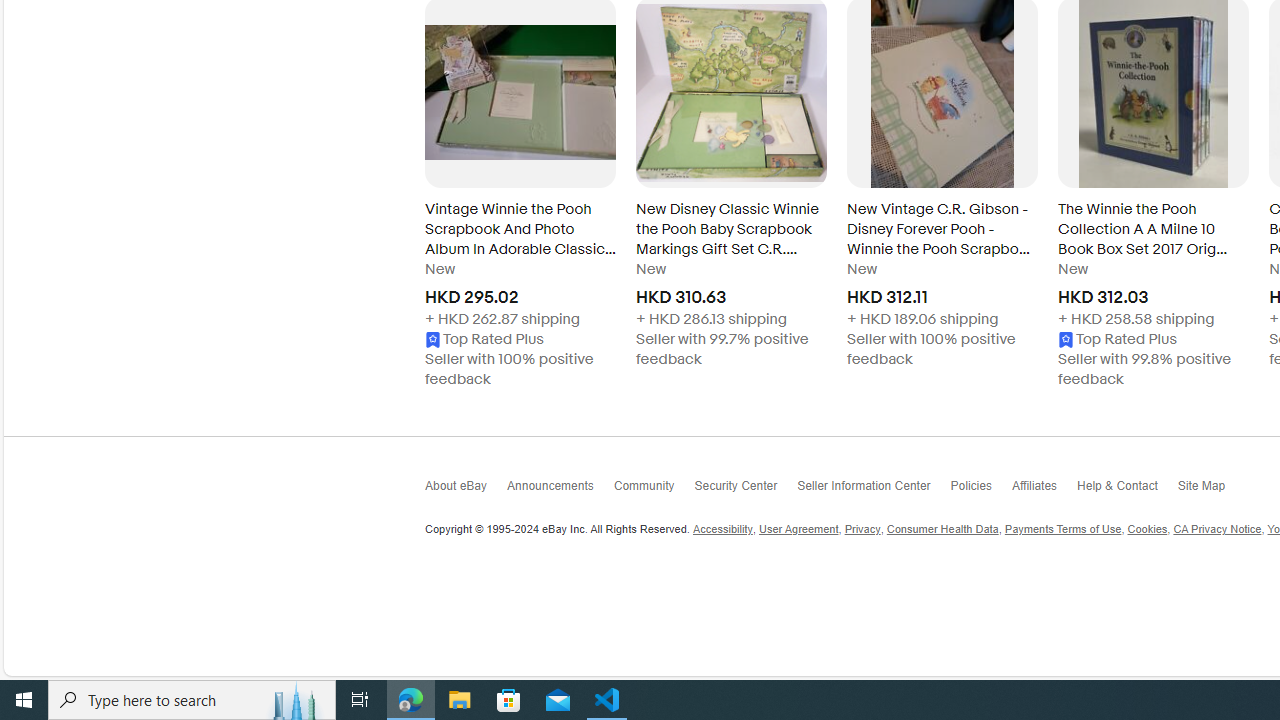 The height and width of the screenshot is (720, 1280). I want to click on 'CA Privacy Notice', so click(1216, 528).